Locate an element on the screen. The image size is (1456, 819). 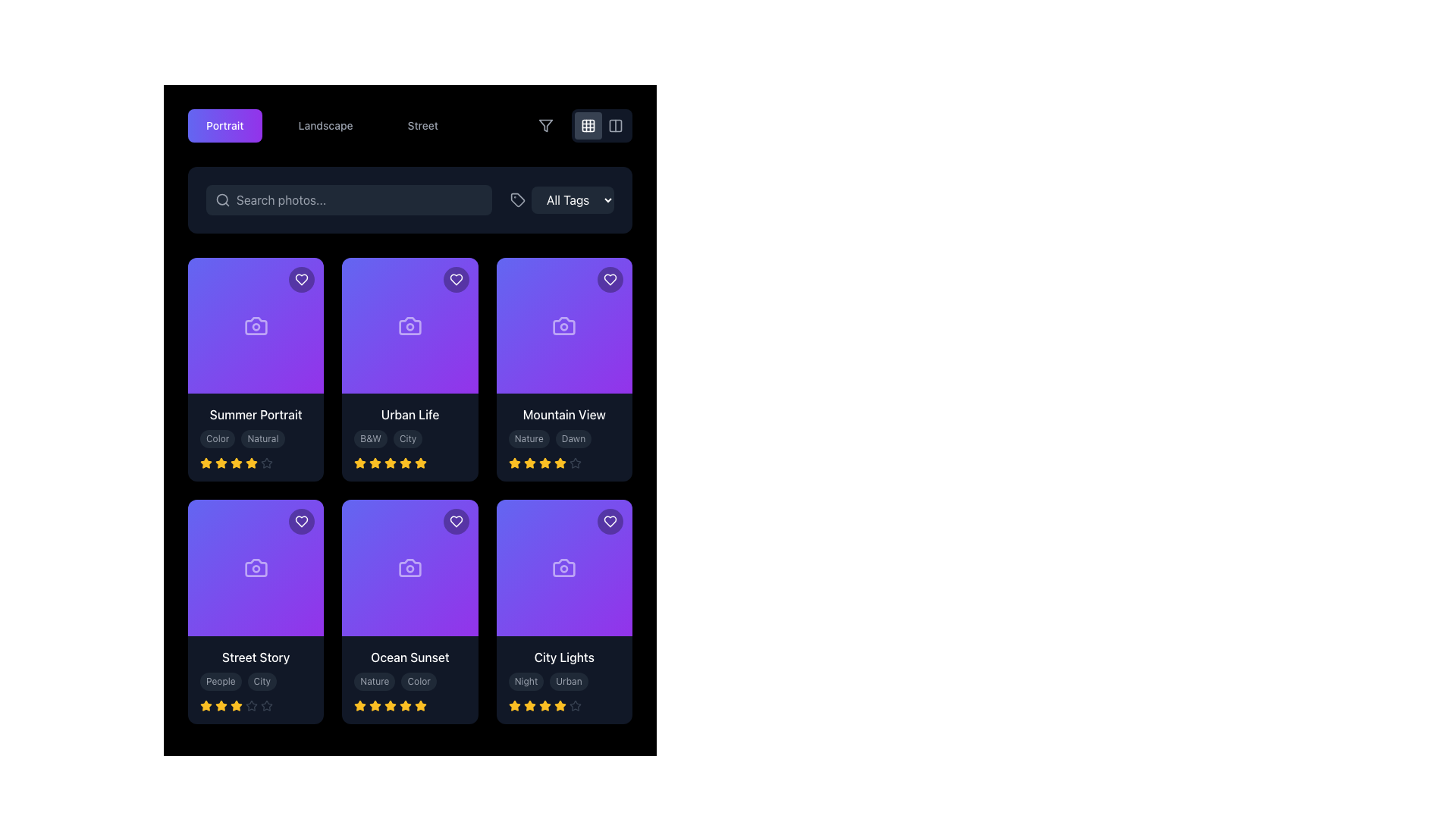
the 'City' tag located below the title 'Urban Life', which is the second tag in a horizontal series of tags in the card layout is located at coordinates (410, 439).